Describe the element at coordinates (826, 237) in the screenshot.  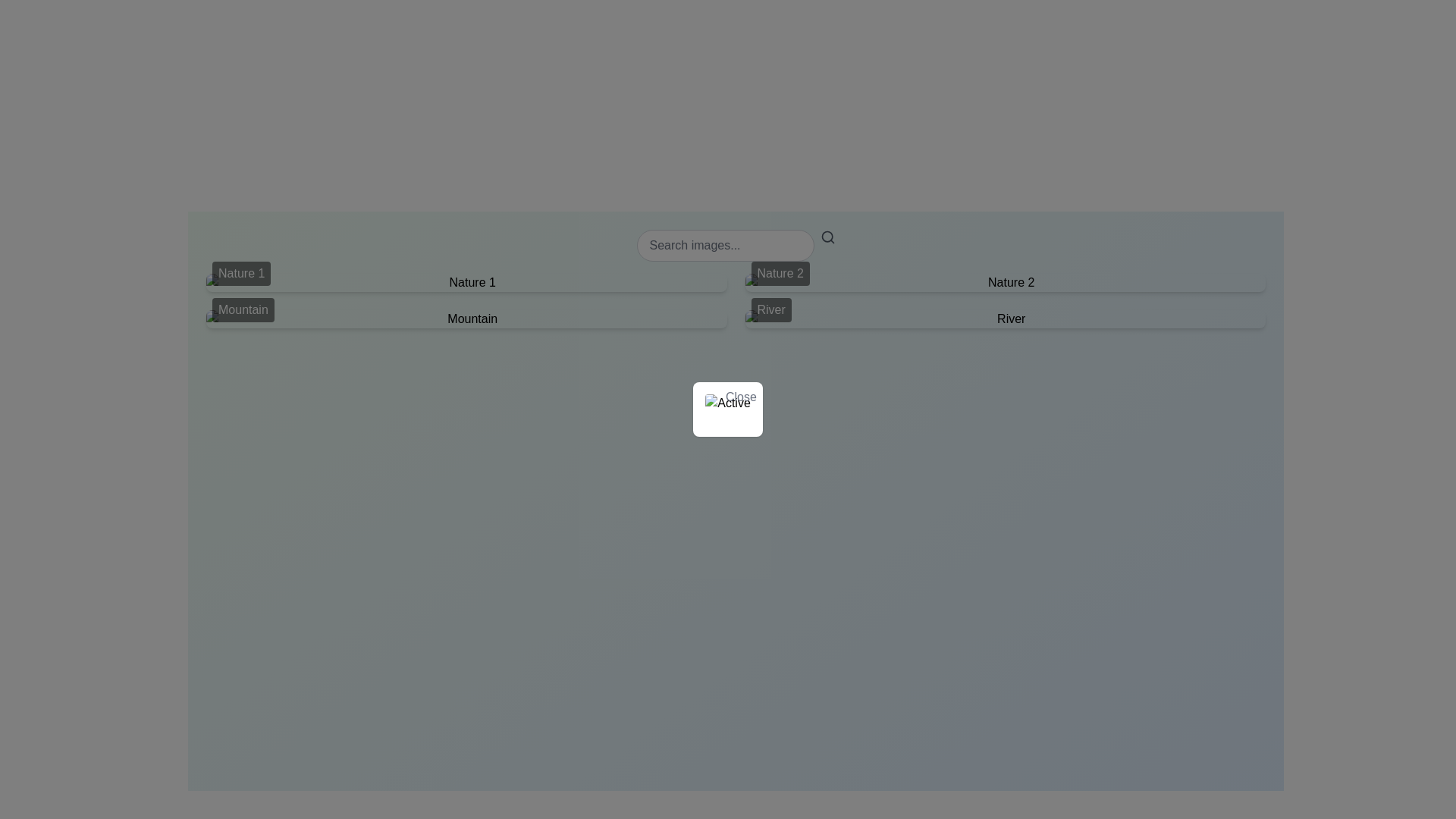
I see `the circular part of the search icon located near the top center of the interface, slightly offset to the right within a search field` at that location.